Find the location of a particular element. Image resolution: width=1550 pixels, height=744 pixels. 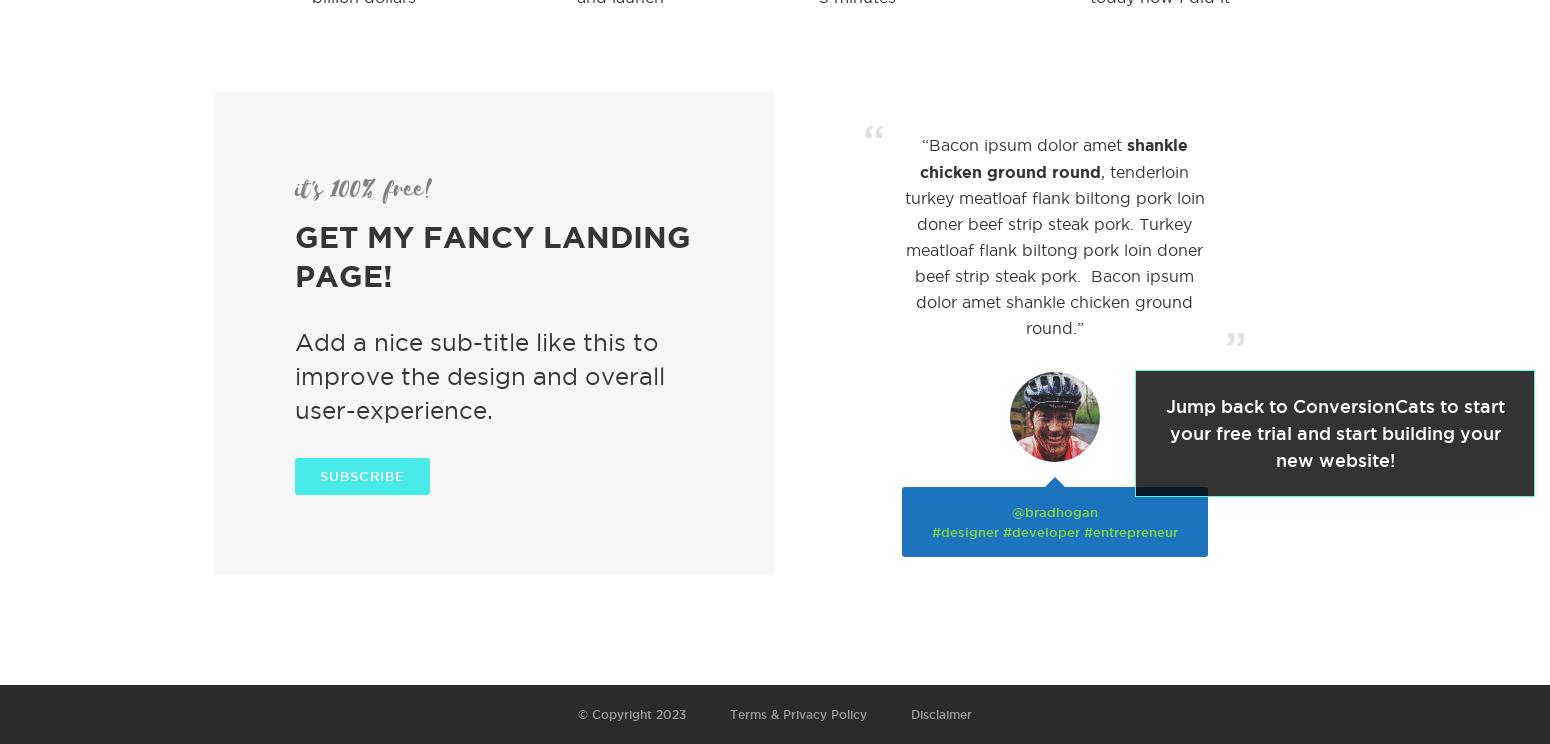

'Terms & Privacy Policy' is located at coordinates (797, 713).